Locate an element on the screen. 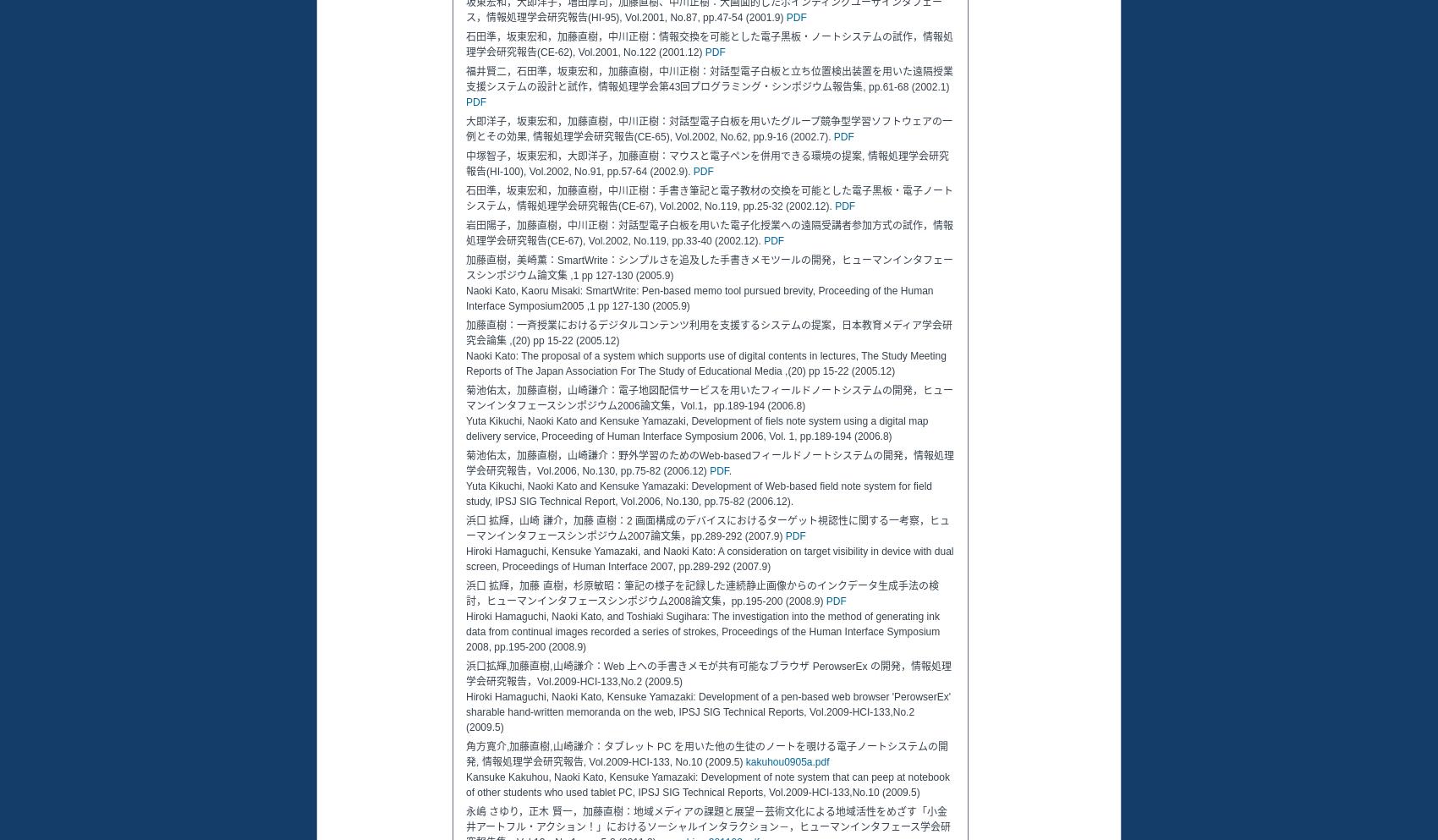 The height and width of the screenshot is (840, 1438). 'kakuhou0905a.pdf' is located at coordinates (787, 762).